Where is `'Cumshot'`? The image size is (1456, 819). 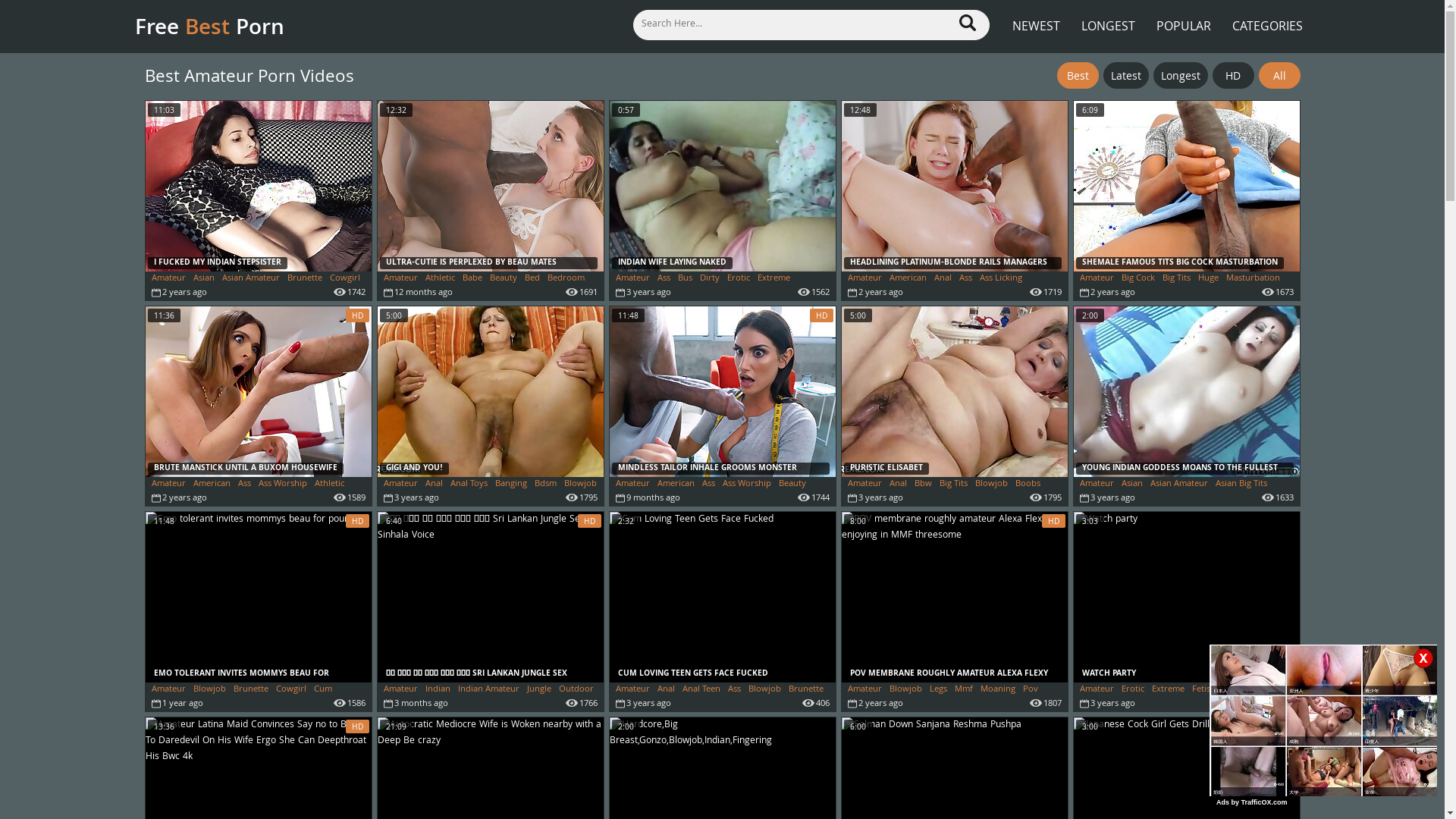
'Cumshot' is located at coordinates (152, 702).